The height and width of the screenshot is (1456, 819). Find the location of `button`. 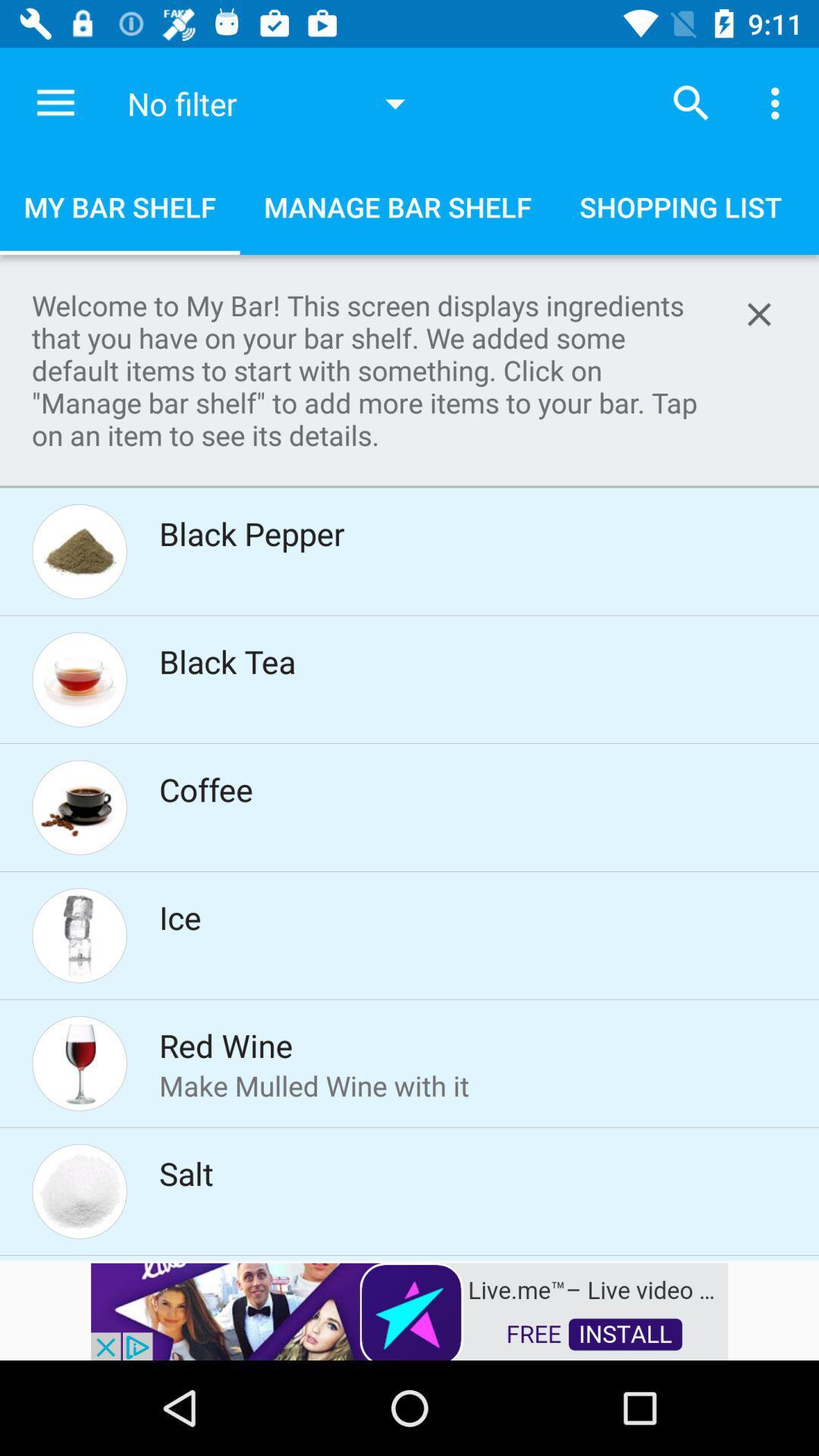

button is located at coordinates (759, 313).